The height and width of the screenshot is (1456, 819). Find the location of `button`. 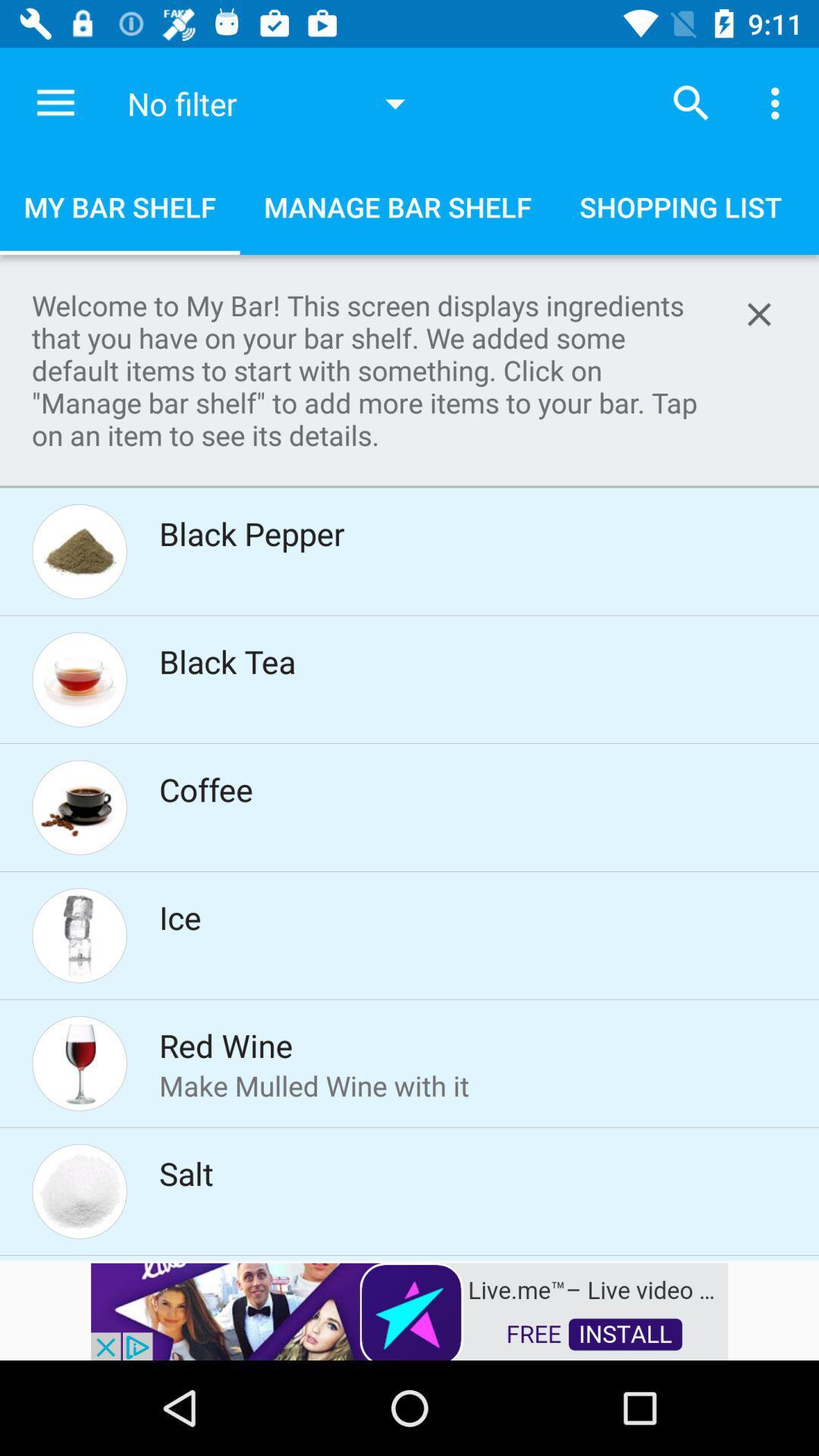

button is located at coordinates (759, 313).